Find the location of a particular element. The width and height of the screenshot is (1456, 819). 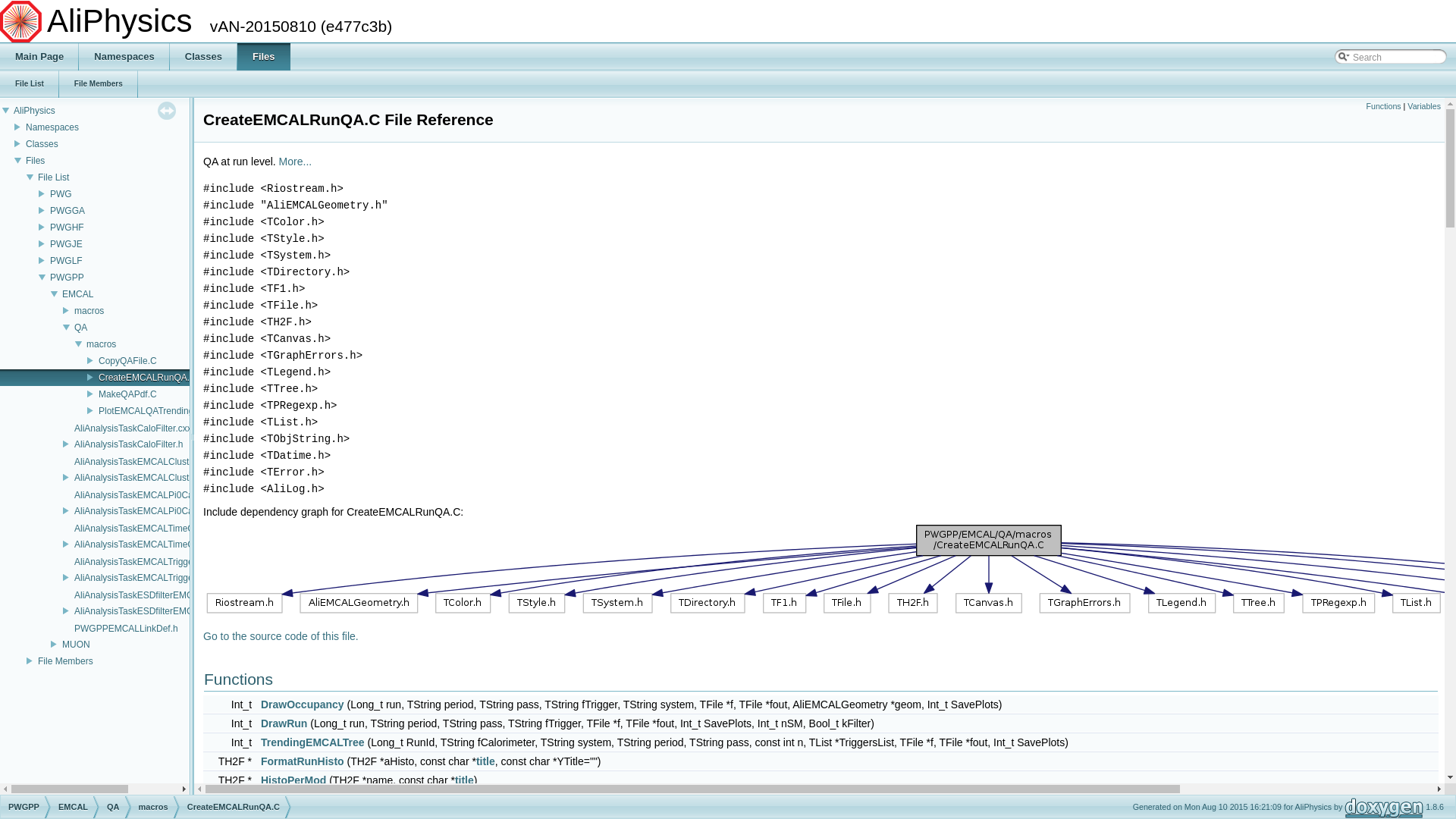

'MakeQAPdf.C' is located at coordinates (96, 394).